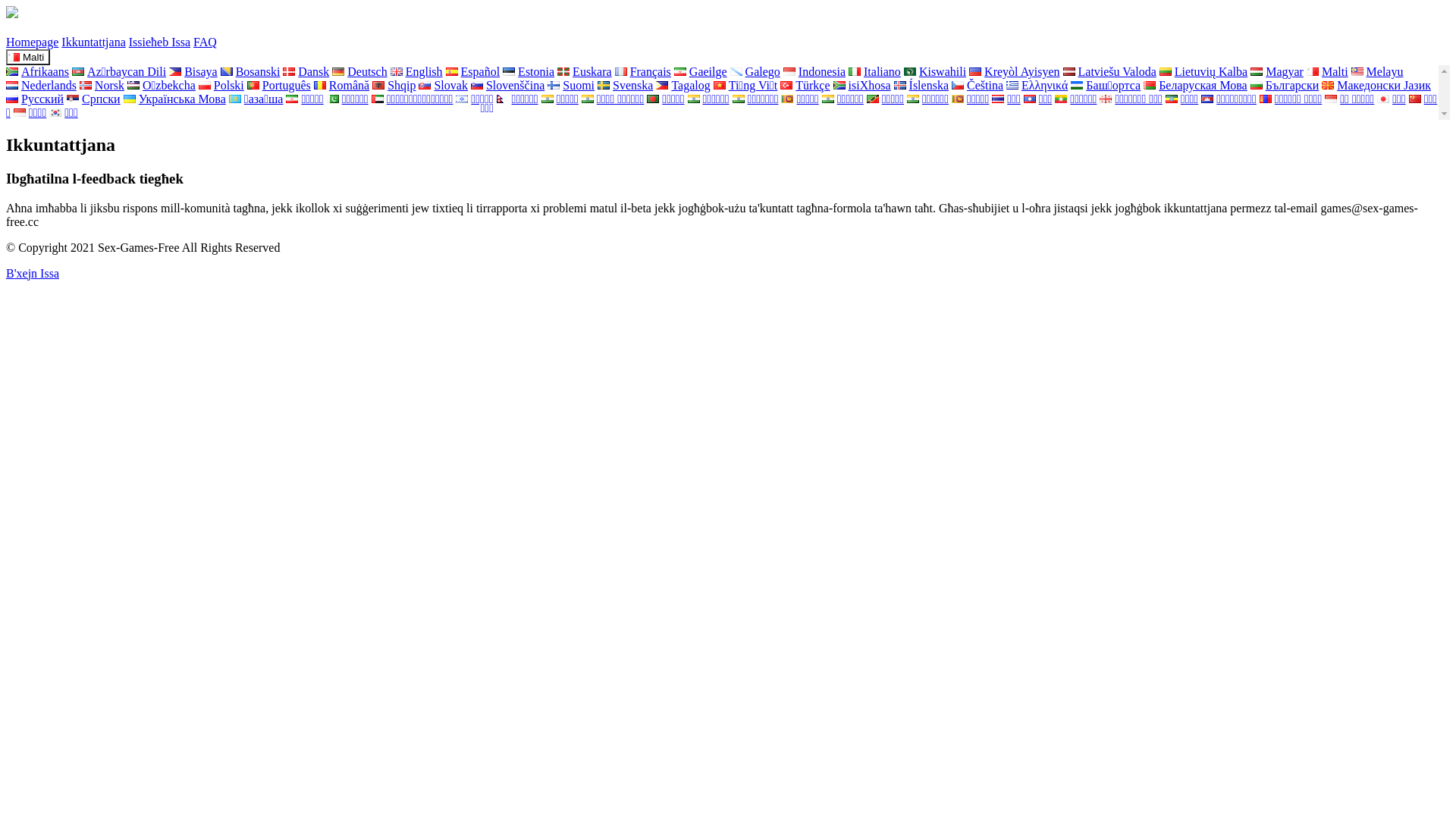  What do you see at coordinates (874, 71) in the screenshot?
I see `'Italiano'` at bounding box center [874, 71].